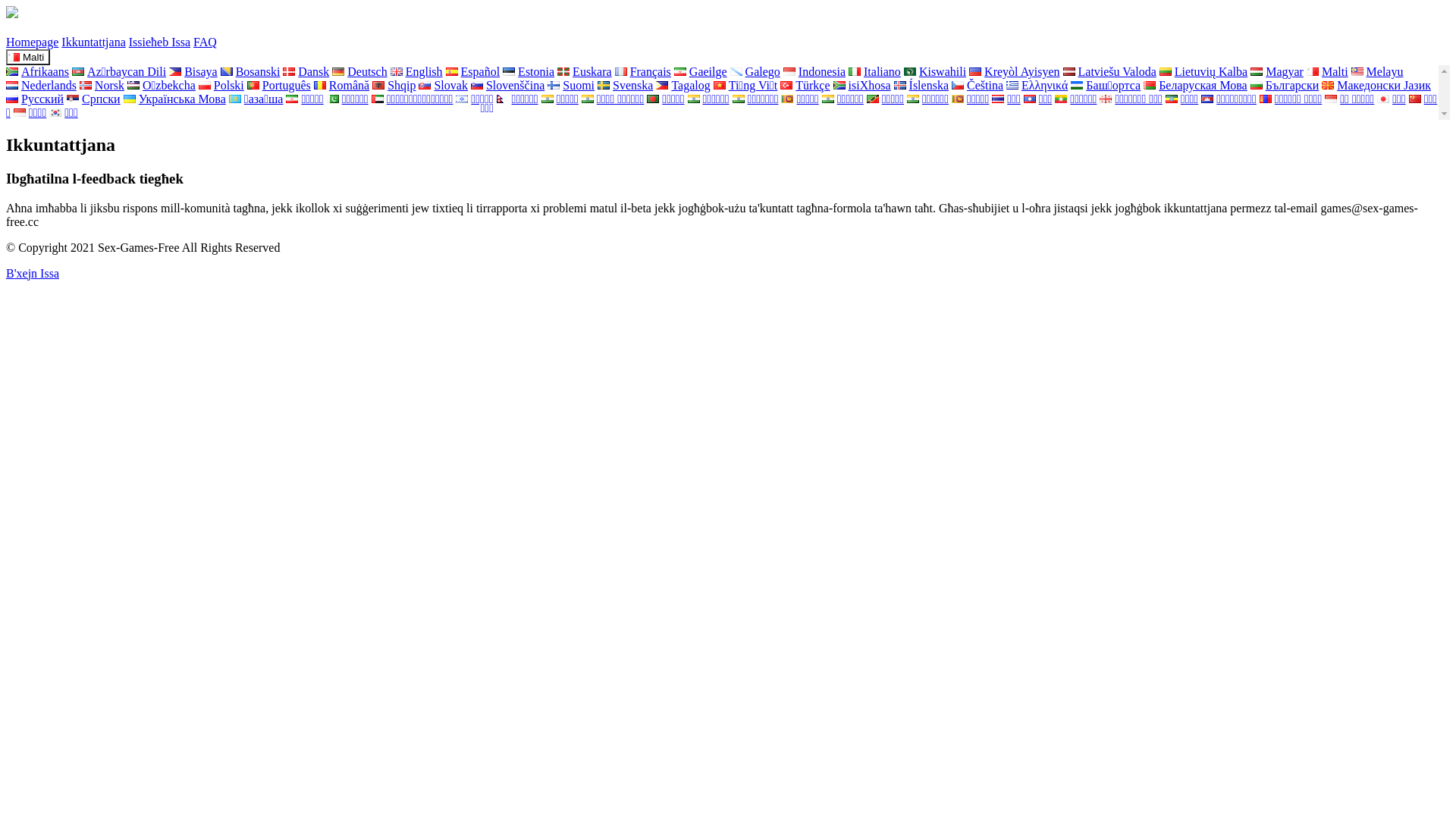  What do you see at coordinates (874, 71) in the screenshot?
I see `'Italiano'` at bounding box center [874, 71].